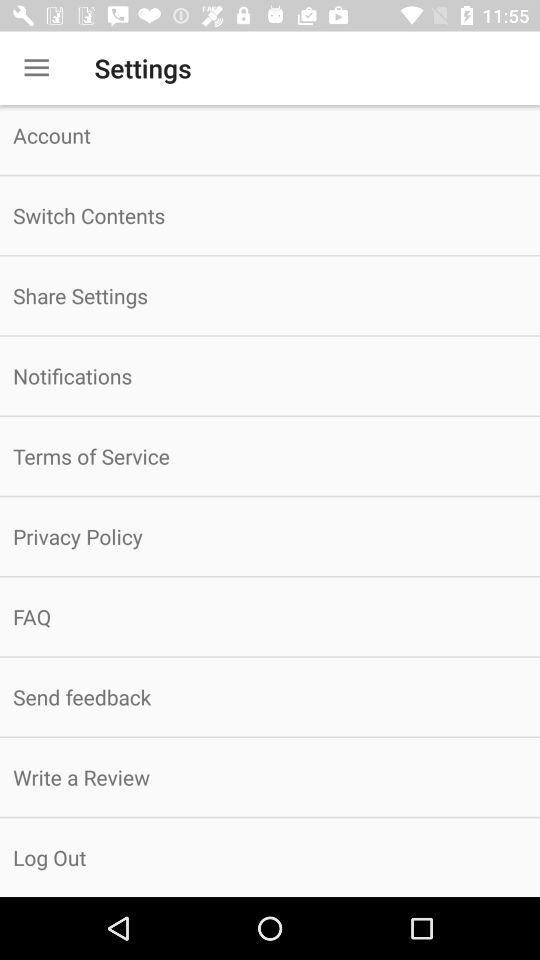  What do you see at coordinates (270, 535) in the screenshot?
I see `the item above the faq item` at bounding box center [270, 535].